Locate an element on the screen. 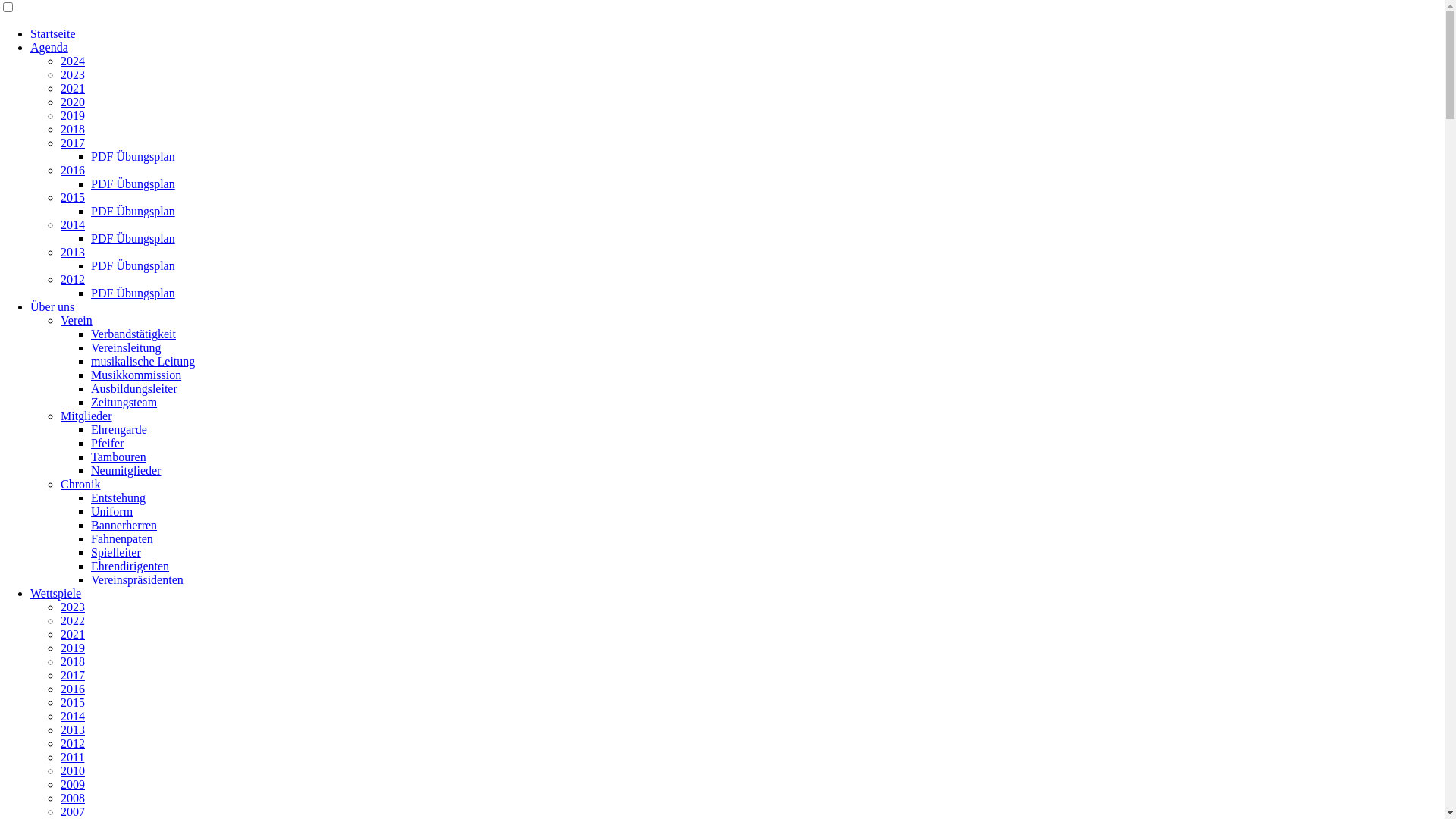 Image resolution: width=1456 pixels, height=819 pixels. 'Pfeifer' is located at coordinates (107, 443).